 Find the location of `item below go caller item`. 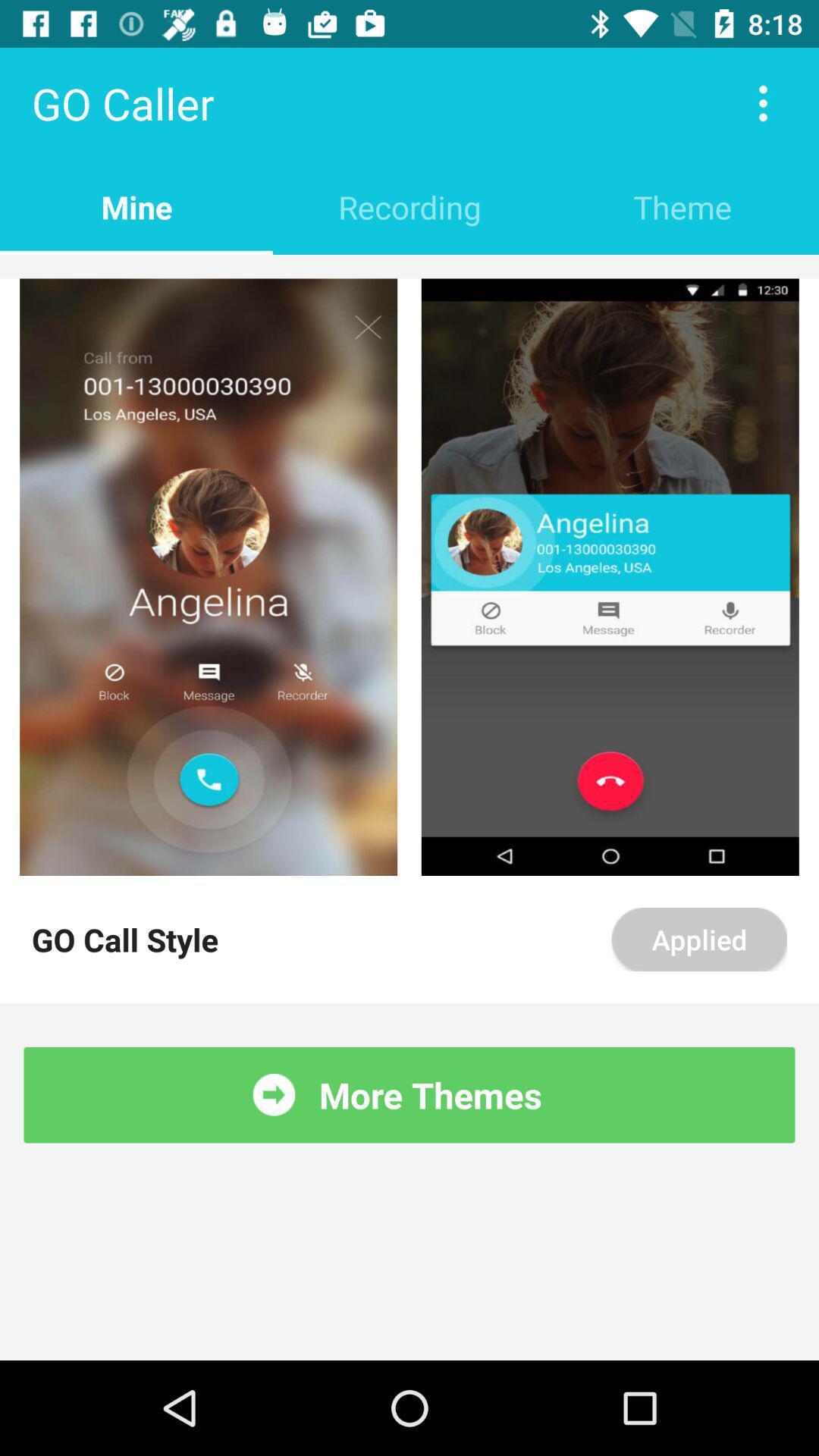

item below go caller item is located at coordinates (136, 206).